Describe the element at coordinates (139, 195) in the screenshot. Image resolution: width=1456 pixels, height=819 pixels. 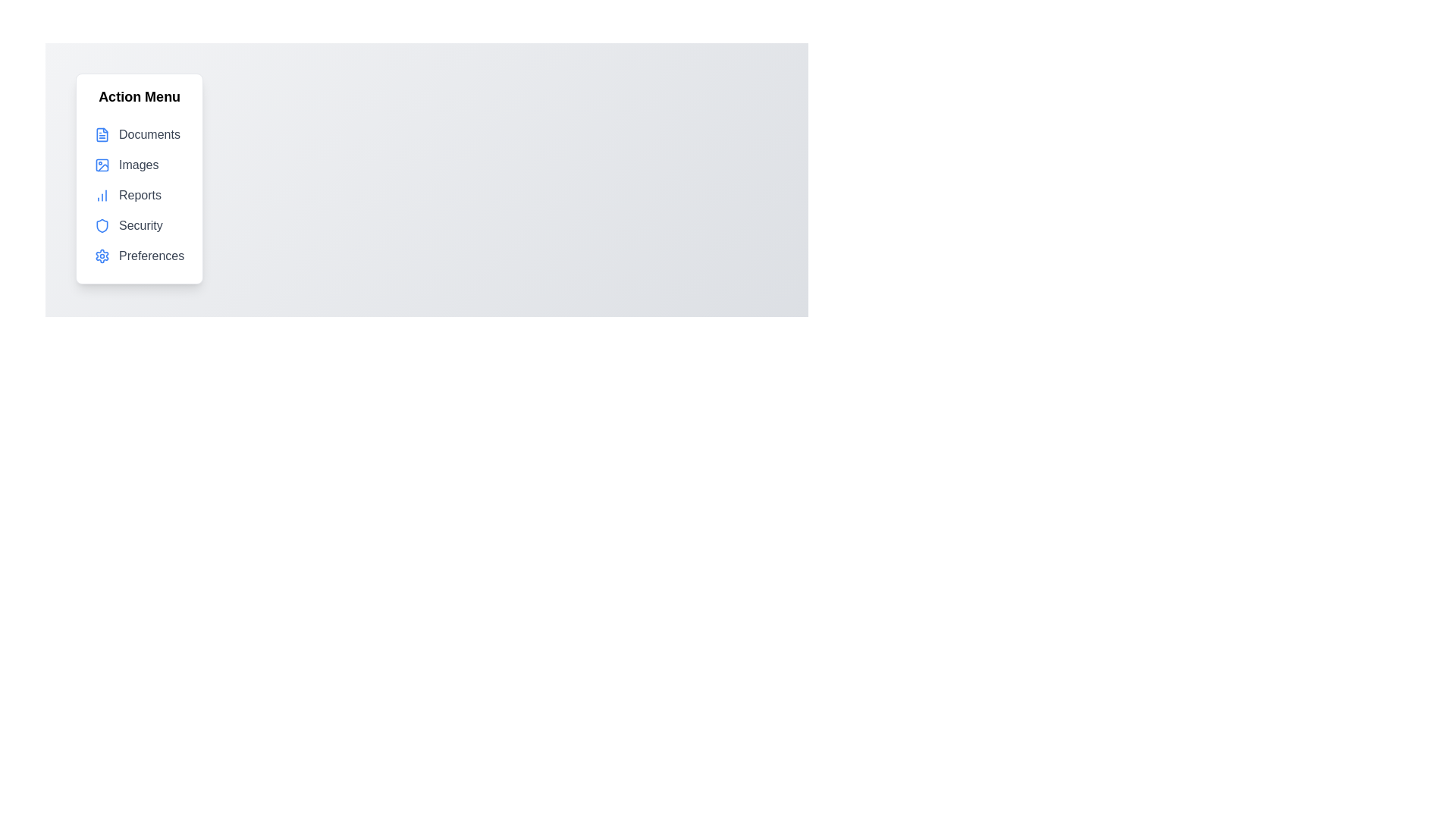
I see `the menu item labeled Reports to highlight it` at that location.